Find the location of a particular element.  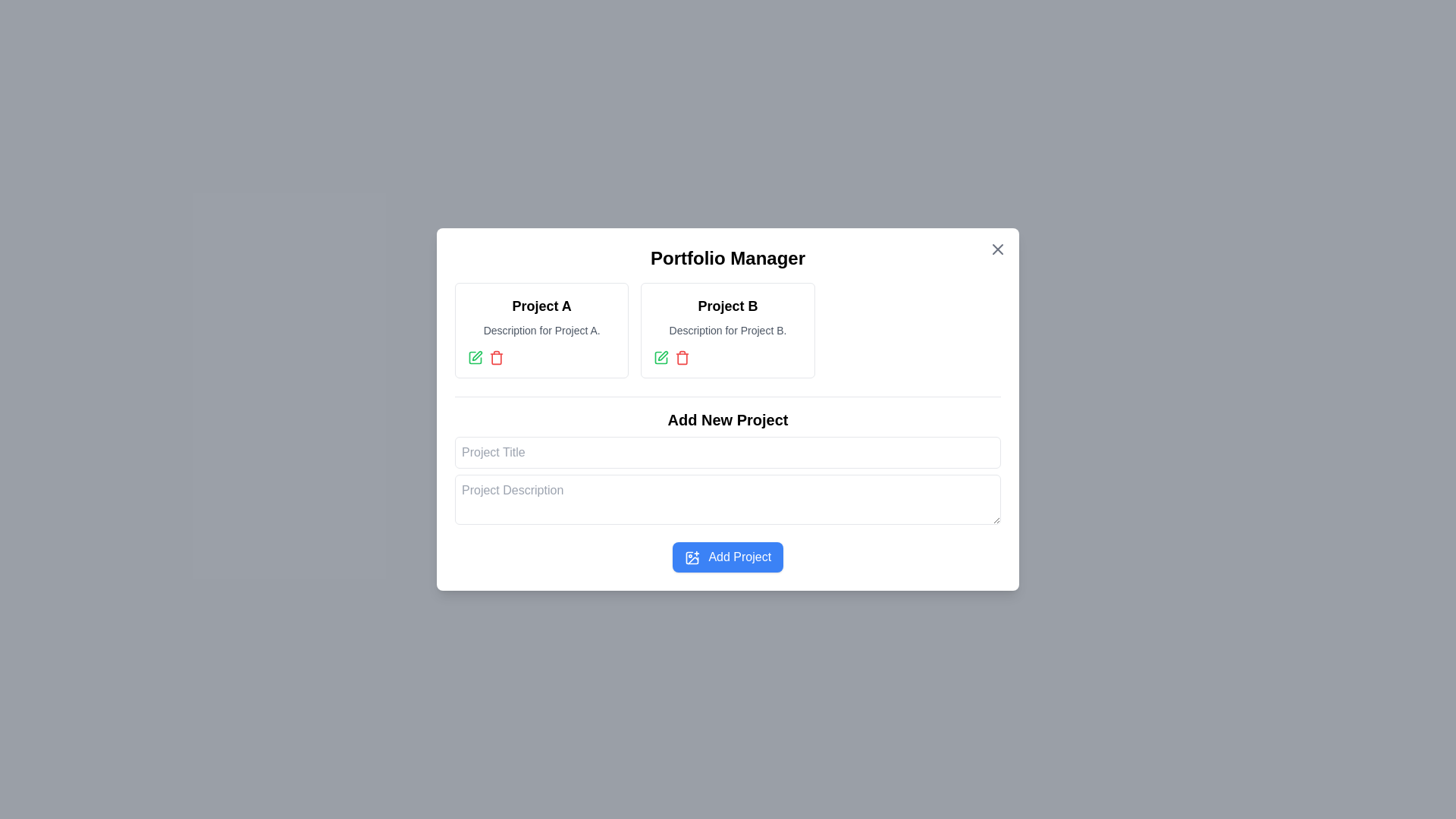

the heading text element that serves as the title for the portfolio management section, positioned at the top-center above 'Project A' and 'Project B' is located at coordinates (728, 257).